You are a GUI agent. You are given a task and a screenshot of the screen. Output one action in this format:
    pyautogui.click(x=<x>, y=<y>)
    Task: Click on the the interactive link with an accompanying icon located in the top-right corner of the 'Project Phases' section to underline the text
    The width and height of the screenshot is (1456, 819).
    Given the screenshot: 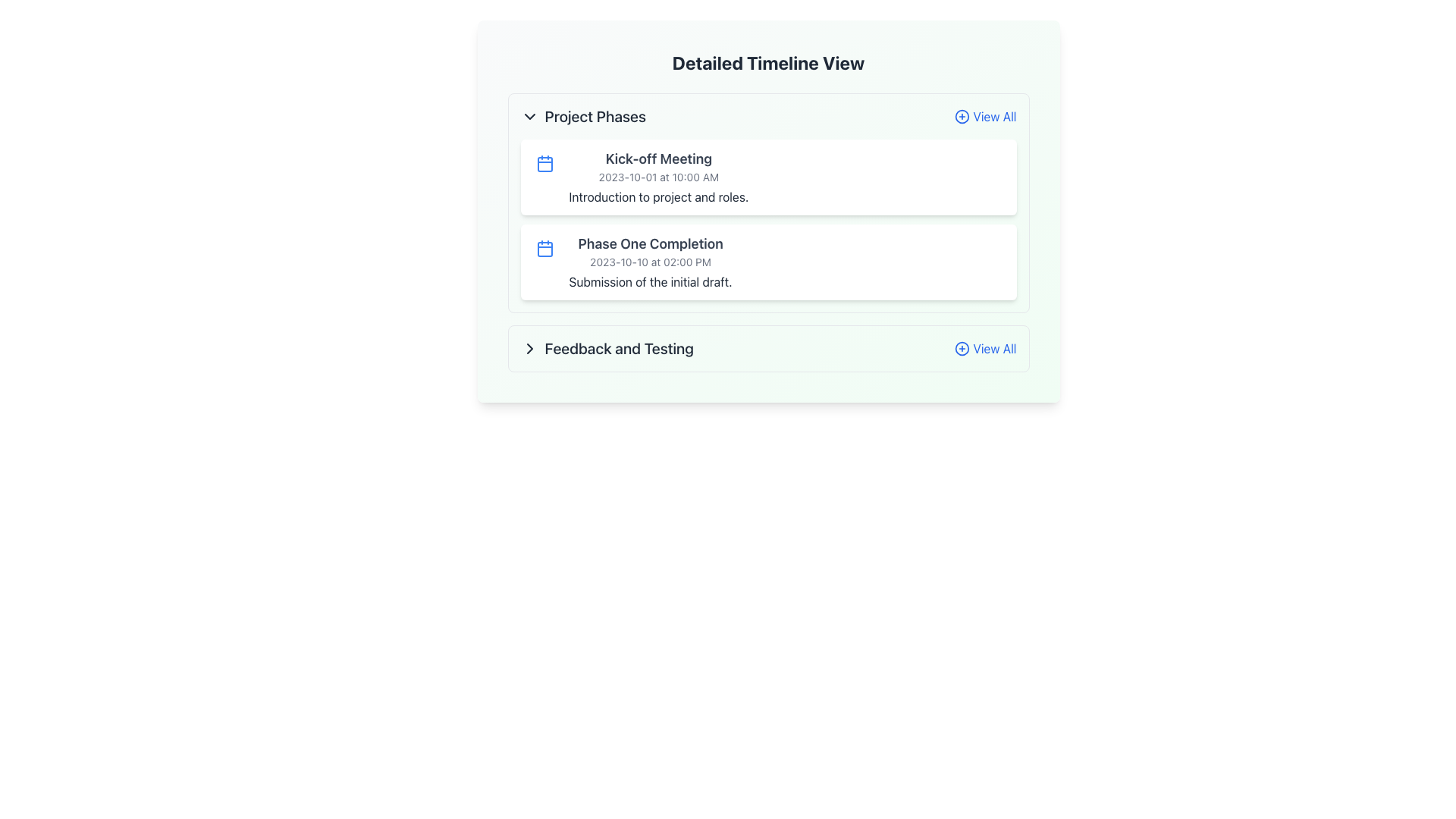 What is the action you would take?
    pyautogui.click(x=985, y=116)
    